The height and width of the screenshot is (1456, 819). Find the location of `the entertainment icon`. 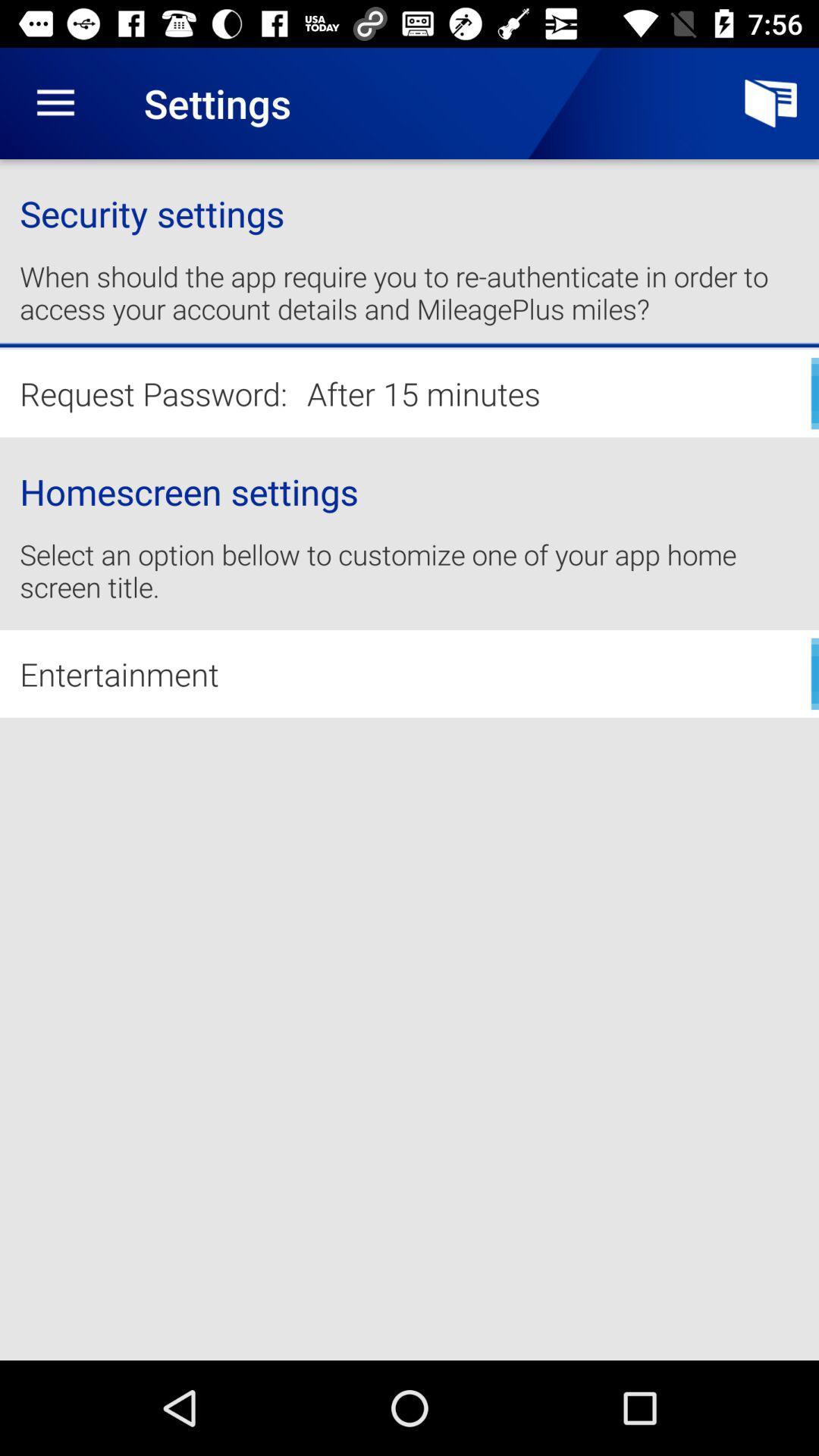

the entertainment icon is located at coordinates (409, 673).